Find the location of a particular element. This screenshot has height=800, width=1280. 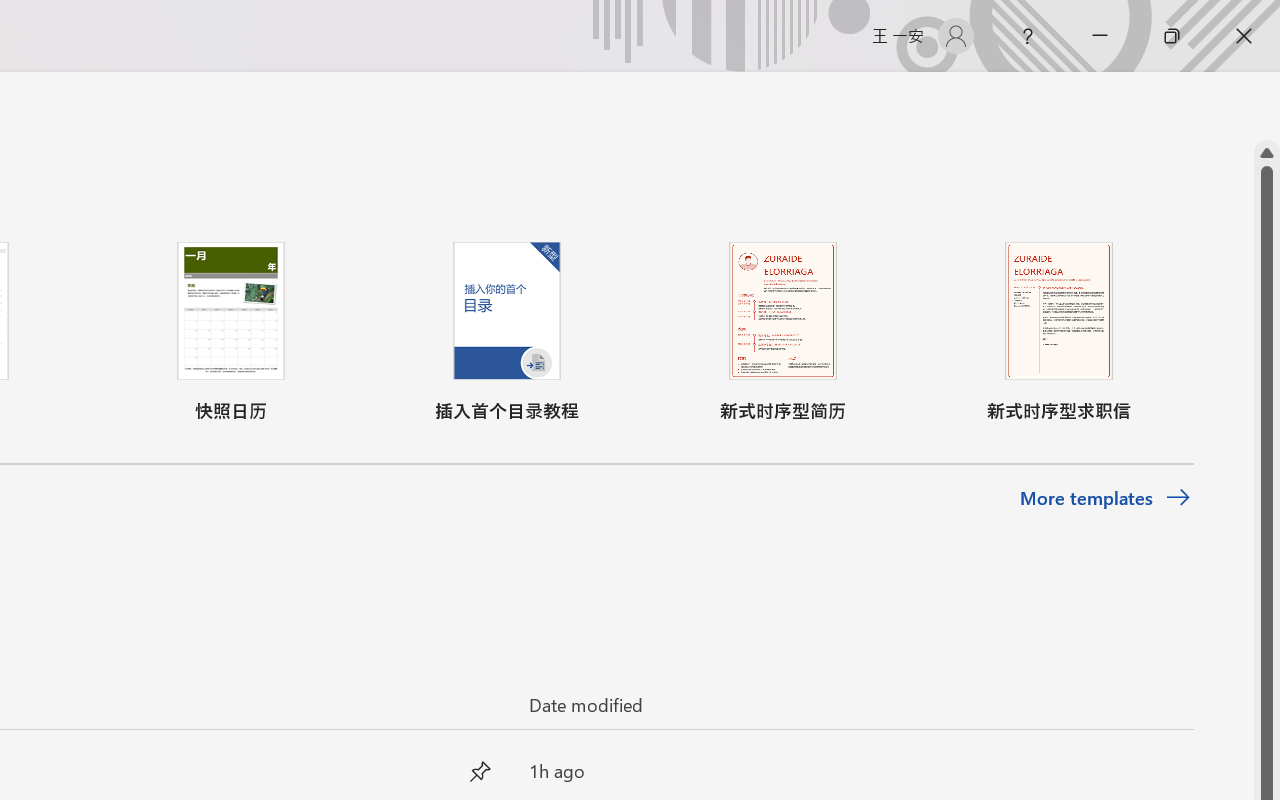

'More templates' is located at coordinates (1104, 498).